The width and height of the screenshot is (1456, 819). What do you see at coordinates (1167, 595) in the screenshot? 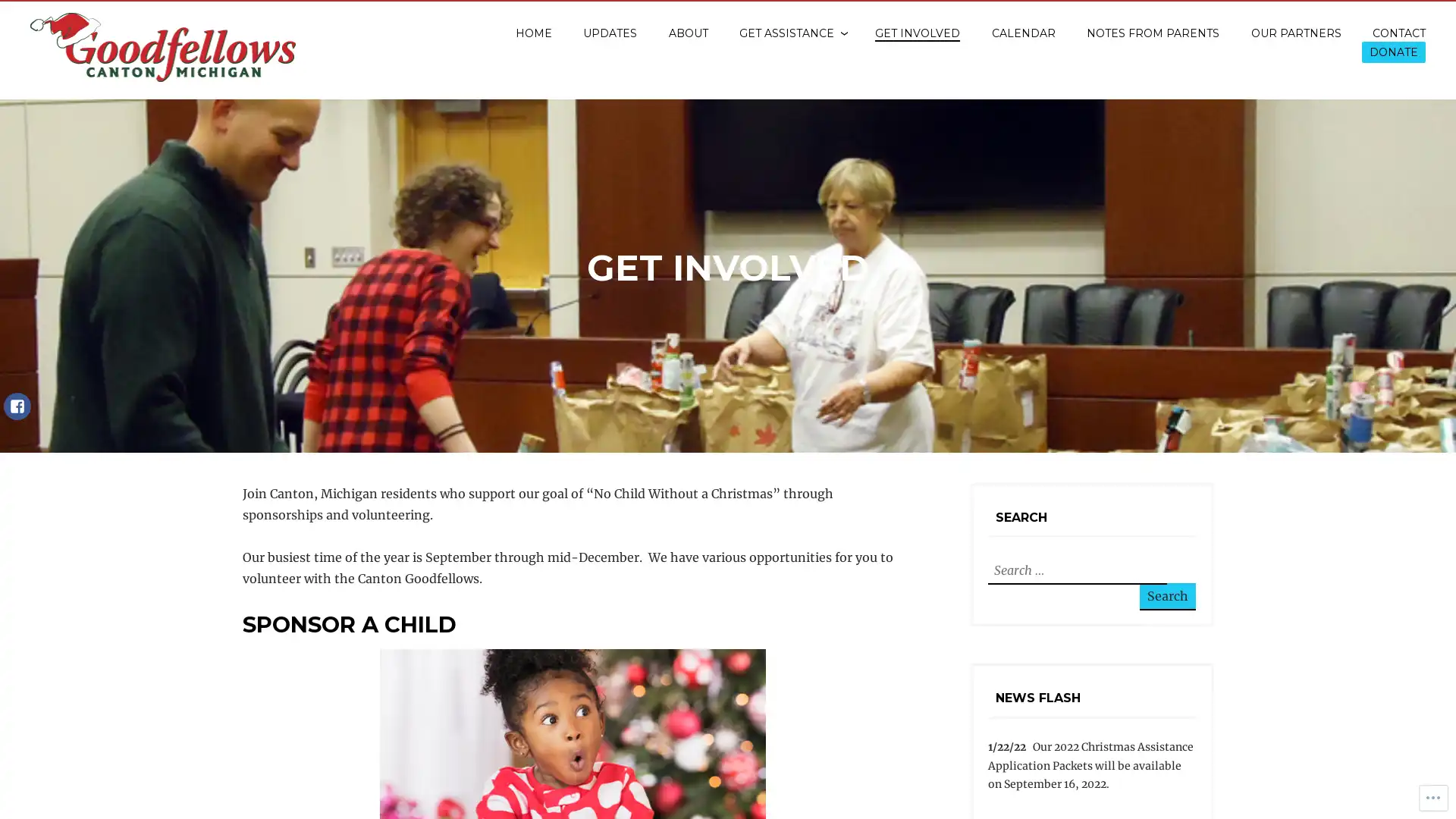
I see `Search` at bounding box center [1167, 595].